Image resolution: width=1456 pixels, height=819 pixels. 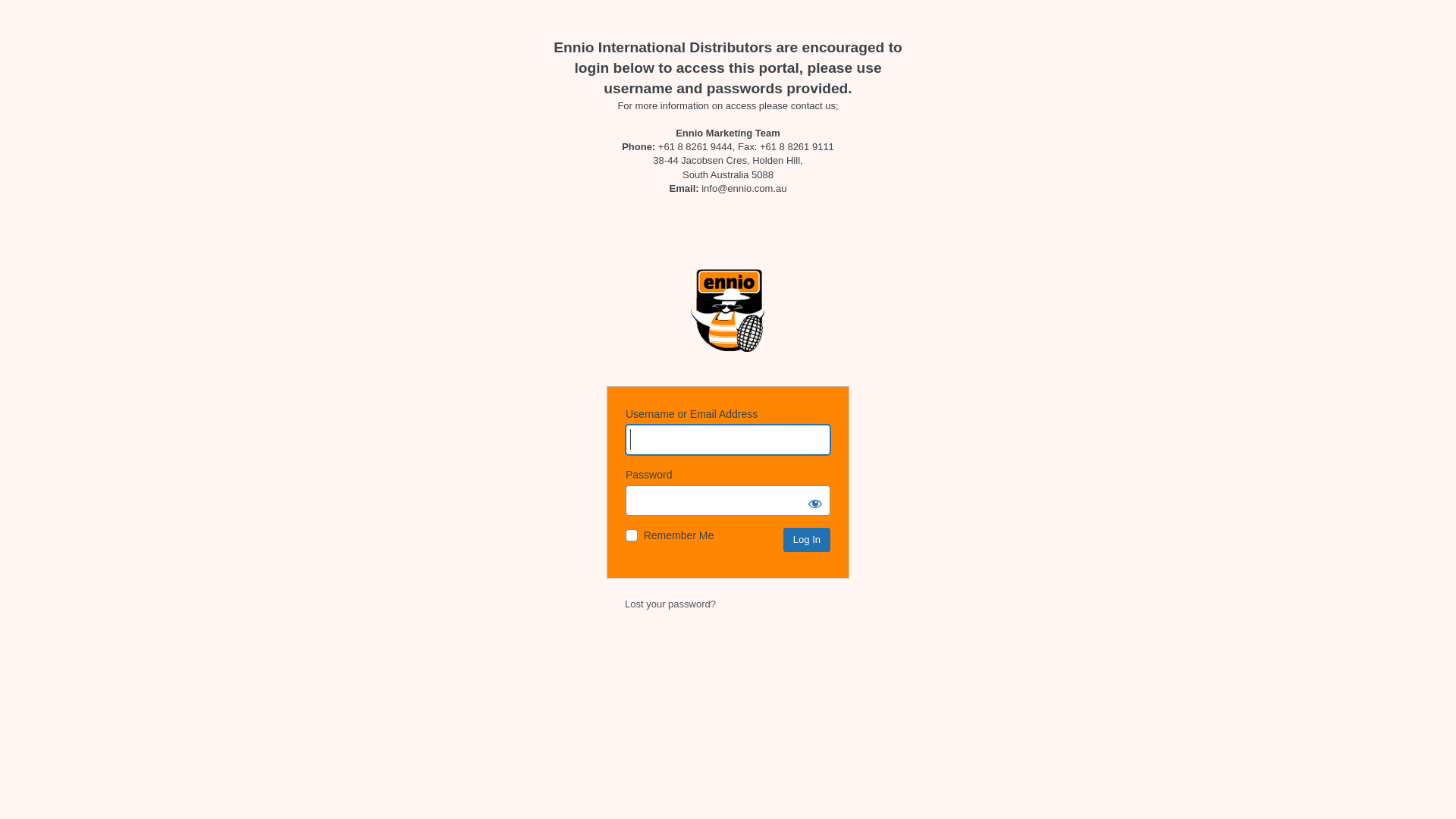 I want to click on 'Log In', so click(x=806, y=539).